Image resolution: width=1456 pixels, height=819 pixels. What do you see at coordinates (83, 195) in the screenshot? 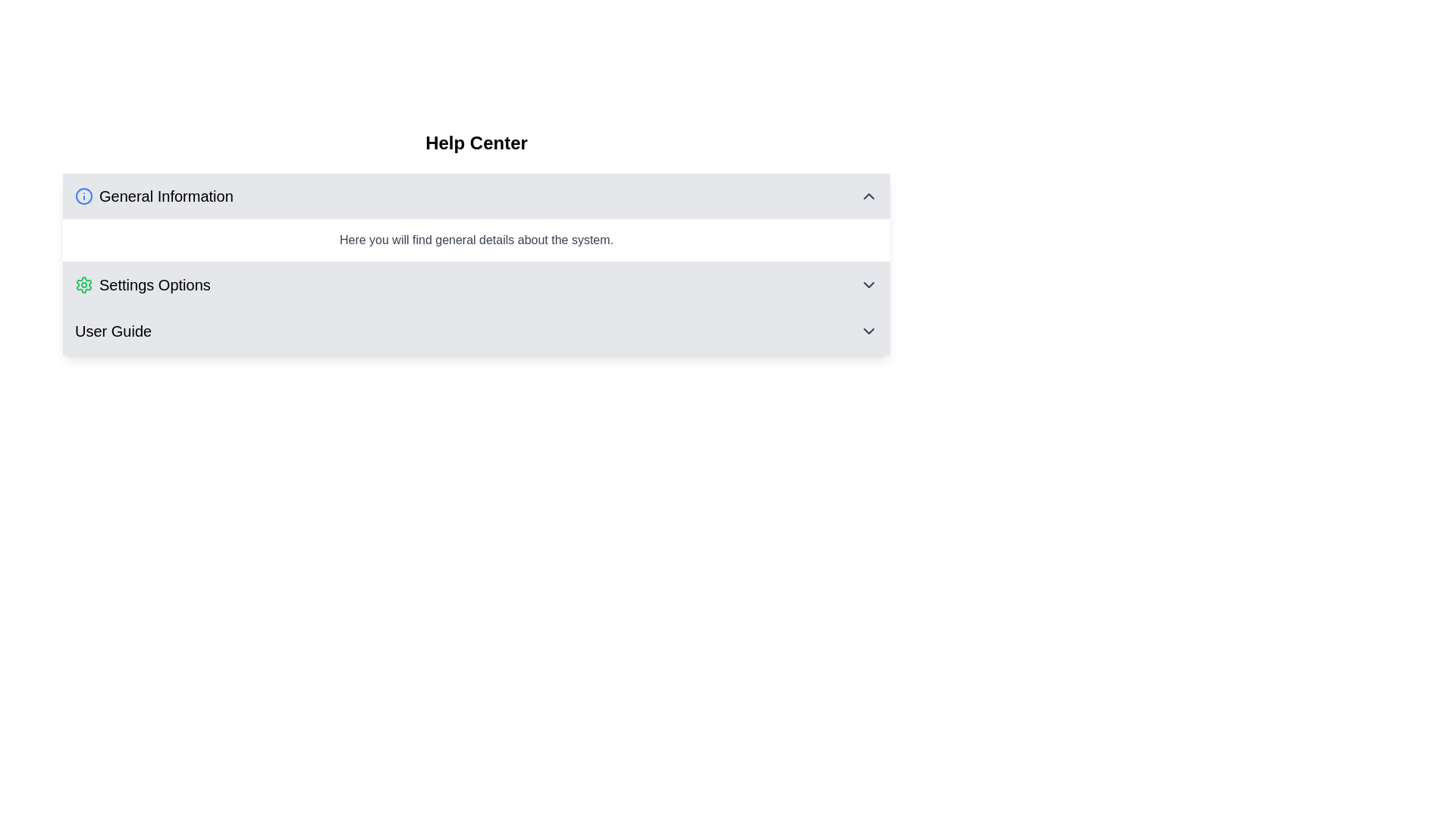
I see `the circular blue outlined 'info' icon located to the left of the 'General Information' text in the Help Center section` at bounding box center [83, 195].